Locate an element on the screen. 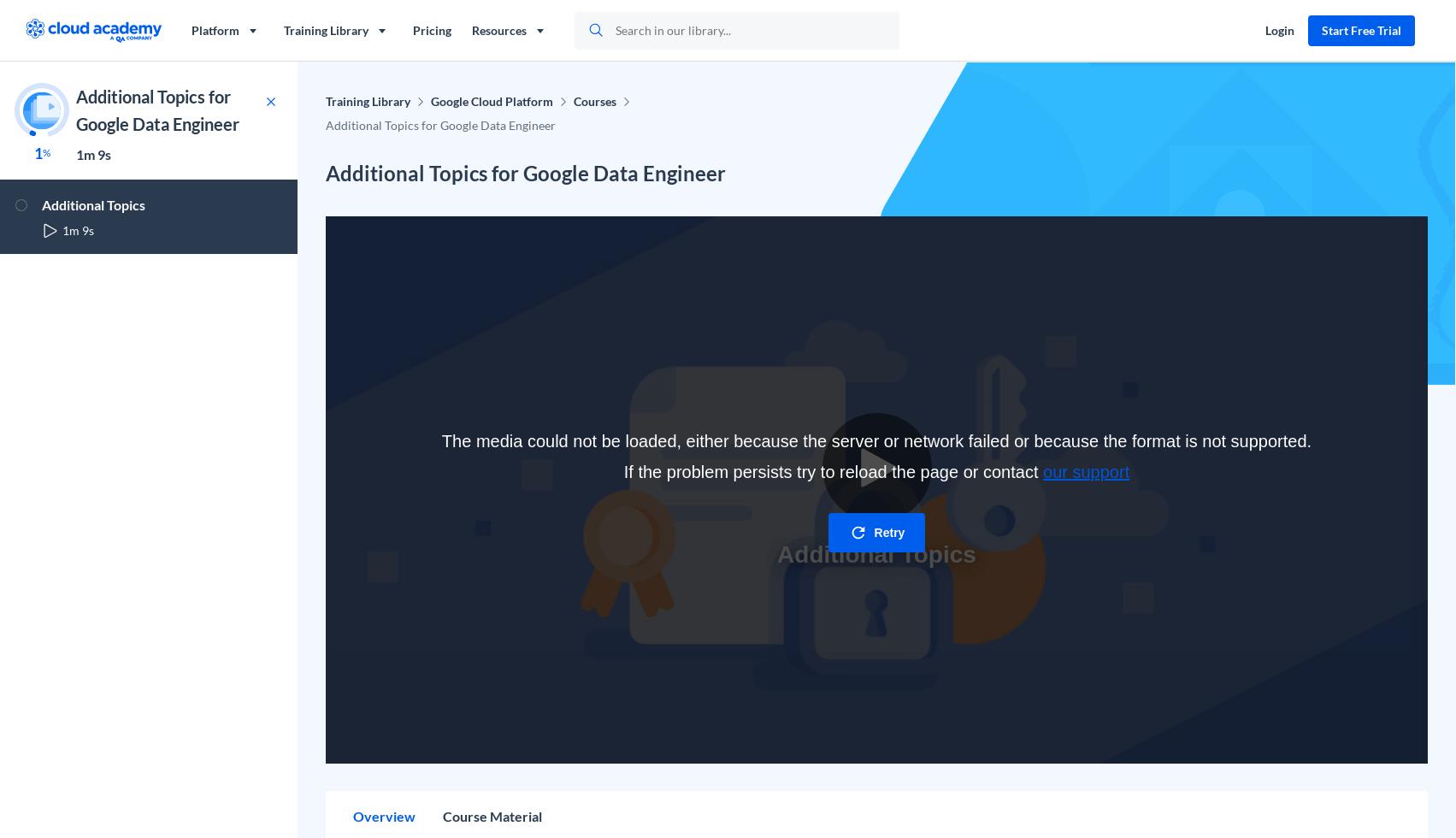 This screenshot has height=838, width=1456. 'Google Cloud Platform' is located at coordinates (491, 101).